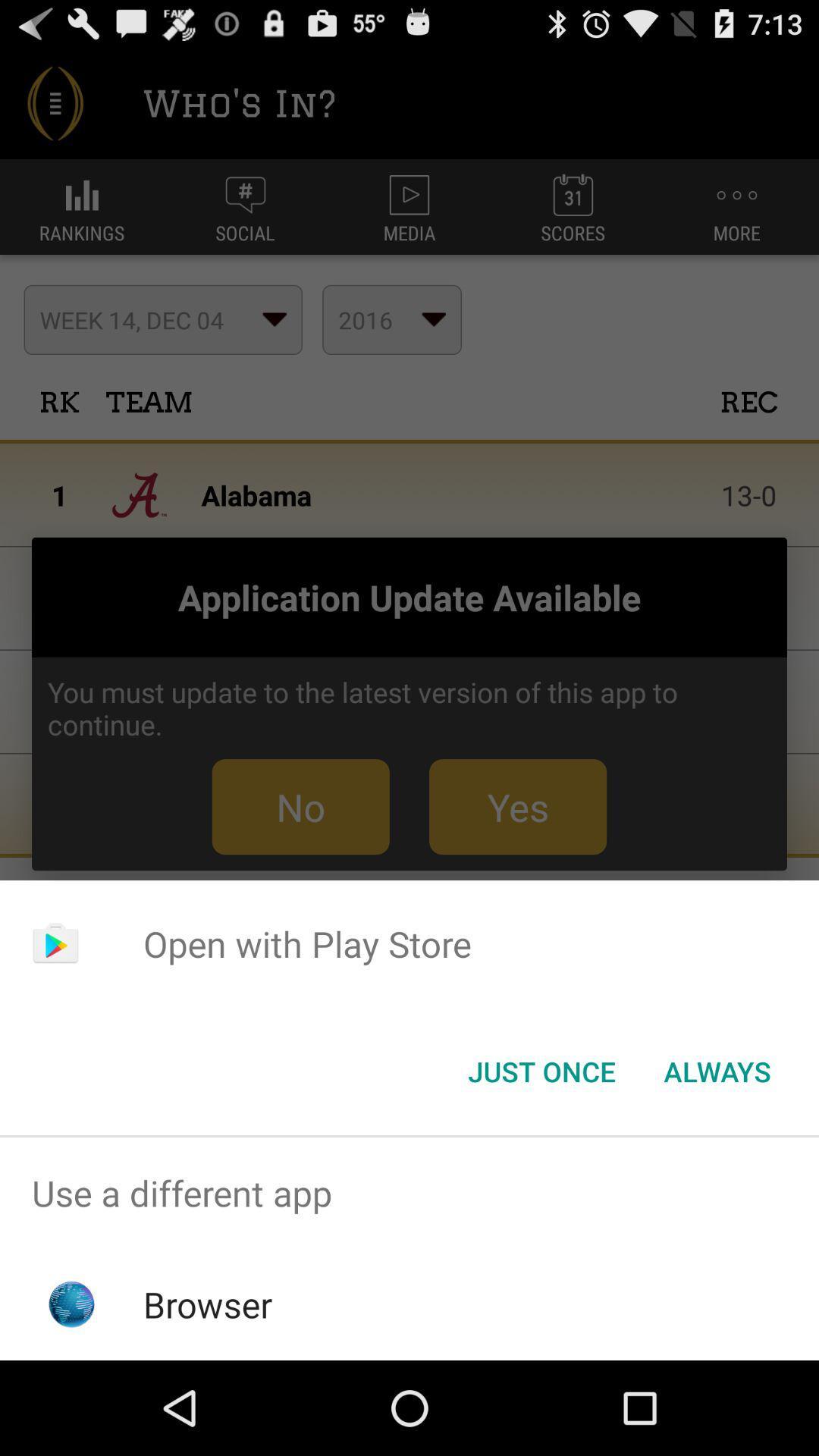 This screenshot has width=819, height=1456. I want to click on the always icon, so click(717, 1070).